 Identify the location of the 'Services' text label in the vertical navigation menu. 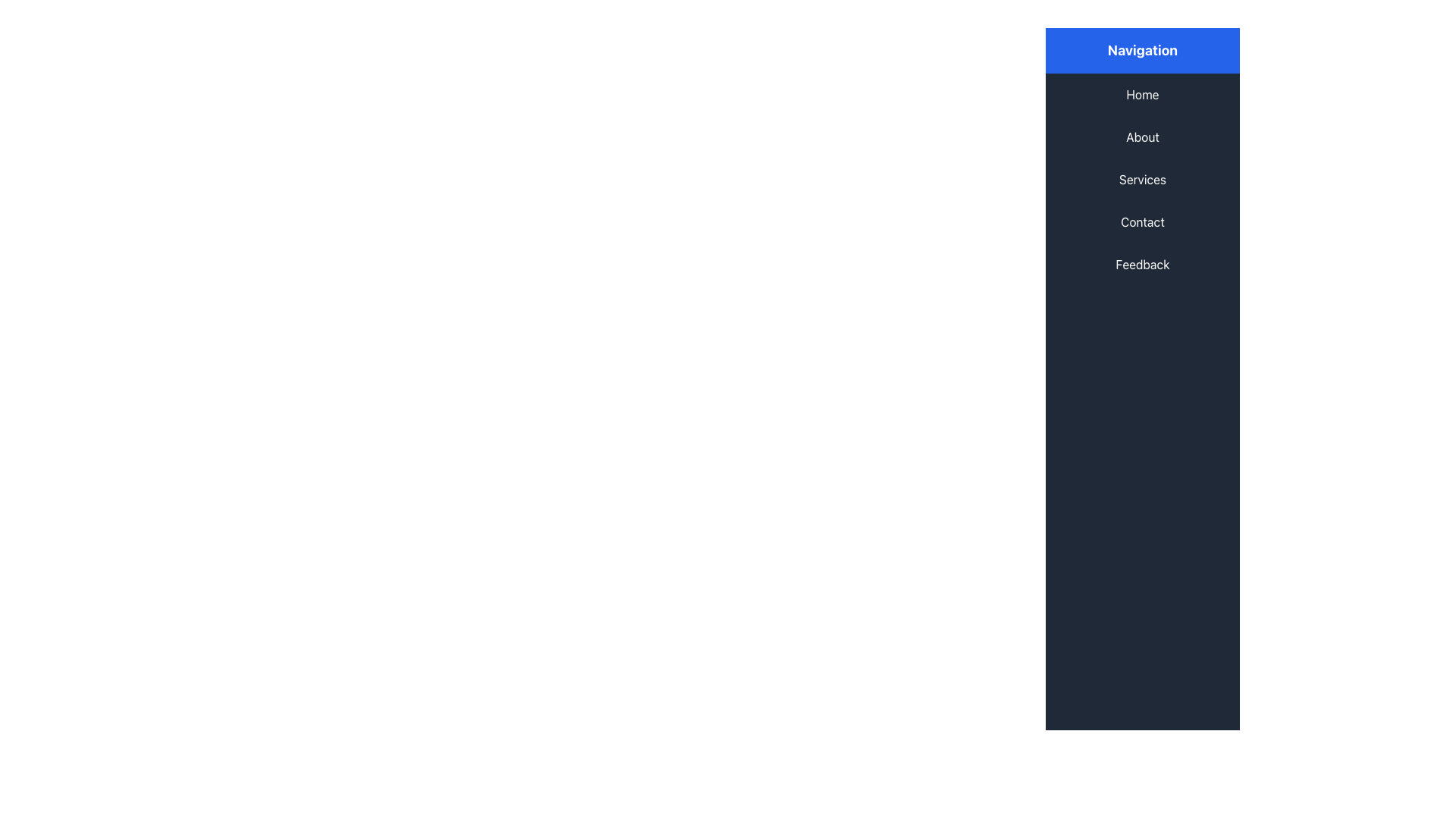
(1143, 178).